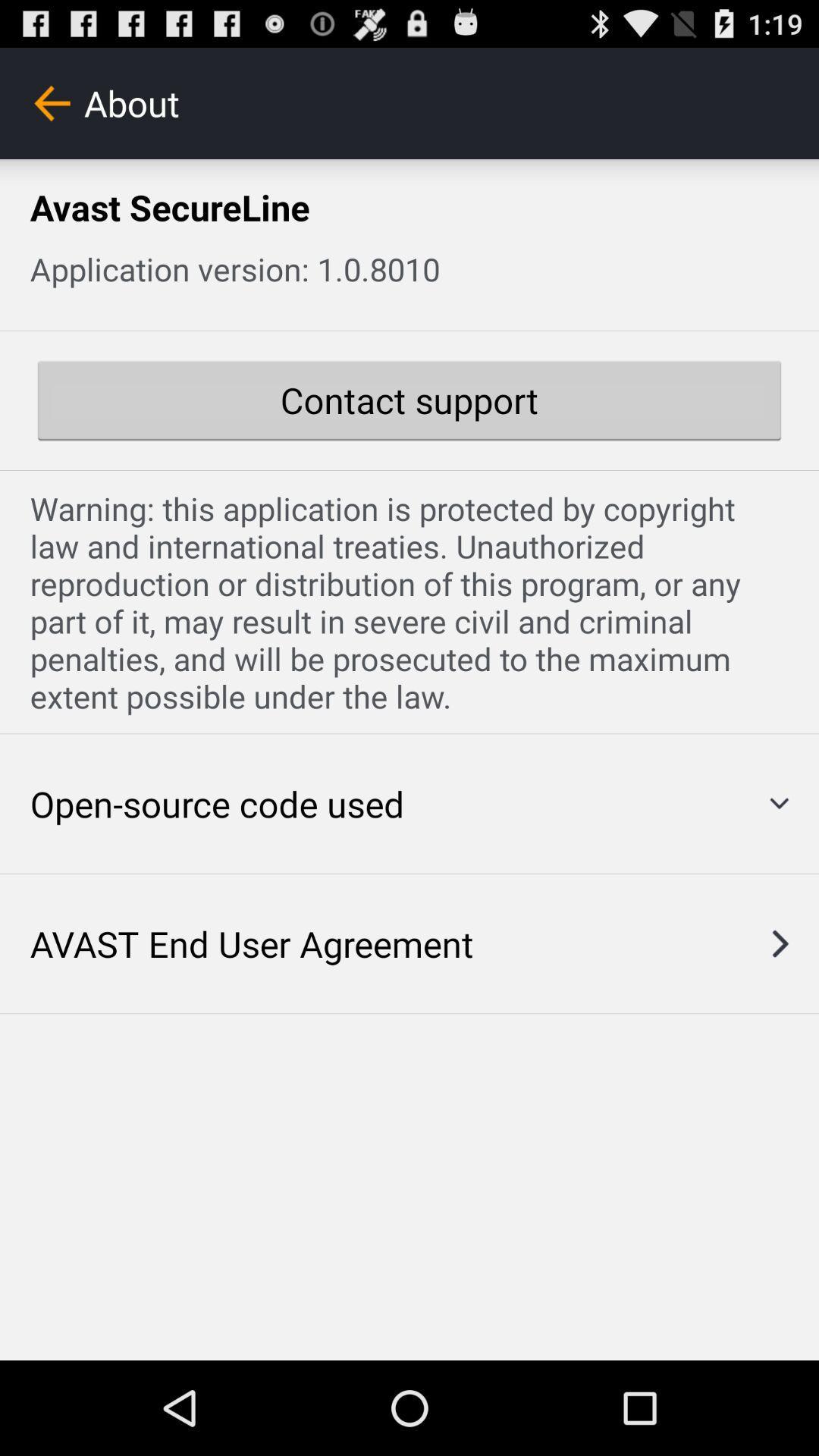 The width and height of the screenshot is (819, 1456). Describe the element at coordinates (409, 601) in the screenshot. I see `the warning this application app` at that location.